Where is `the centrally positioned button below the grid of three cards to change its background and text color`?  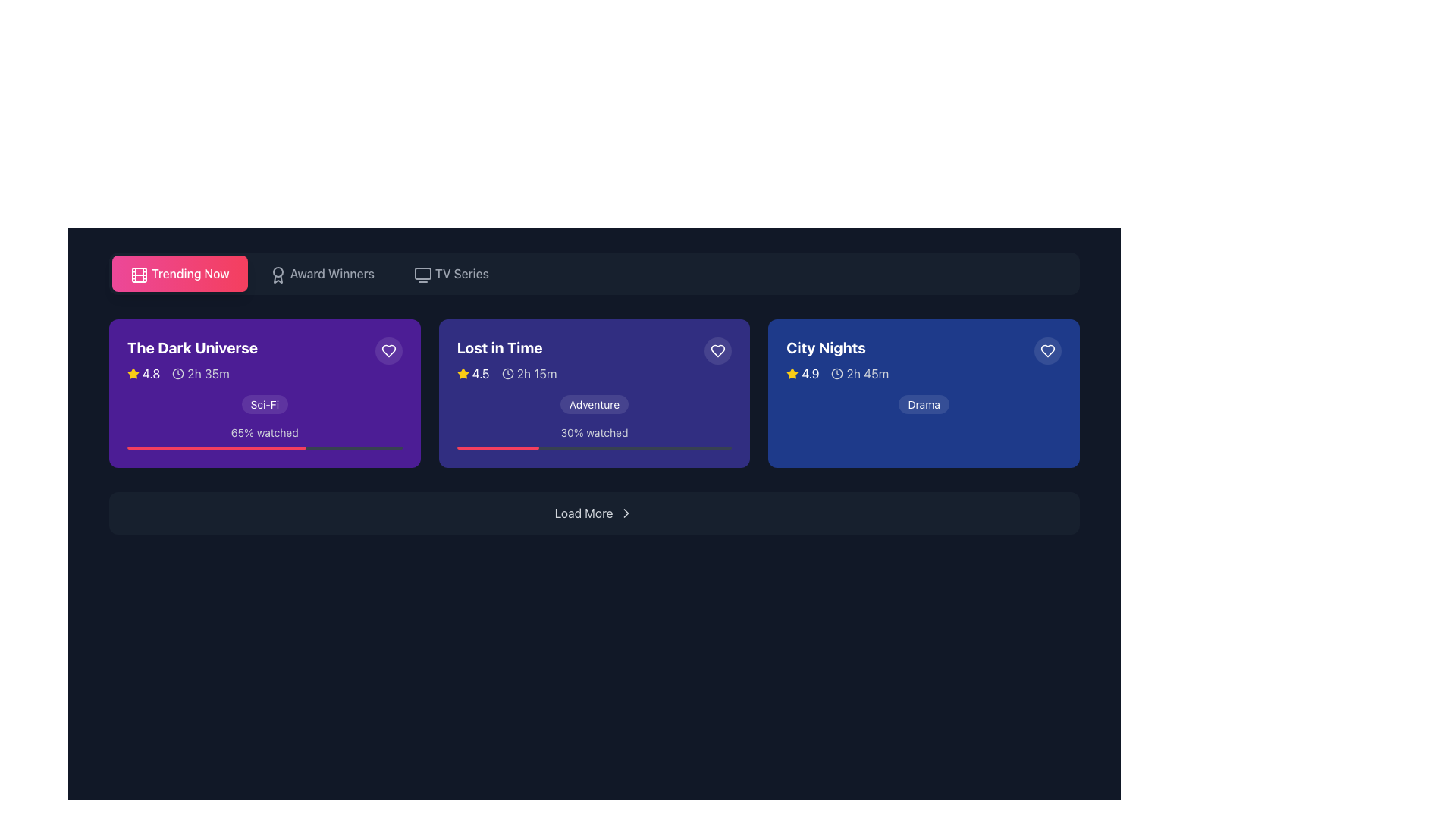
the centrally positioned button below the grid of three cards to change its background and text color is located at coordinates (593, 513).